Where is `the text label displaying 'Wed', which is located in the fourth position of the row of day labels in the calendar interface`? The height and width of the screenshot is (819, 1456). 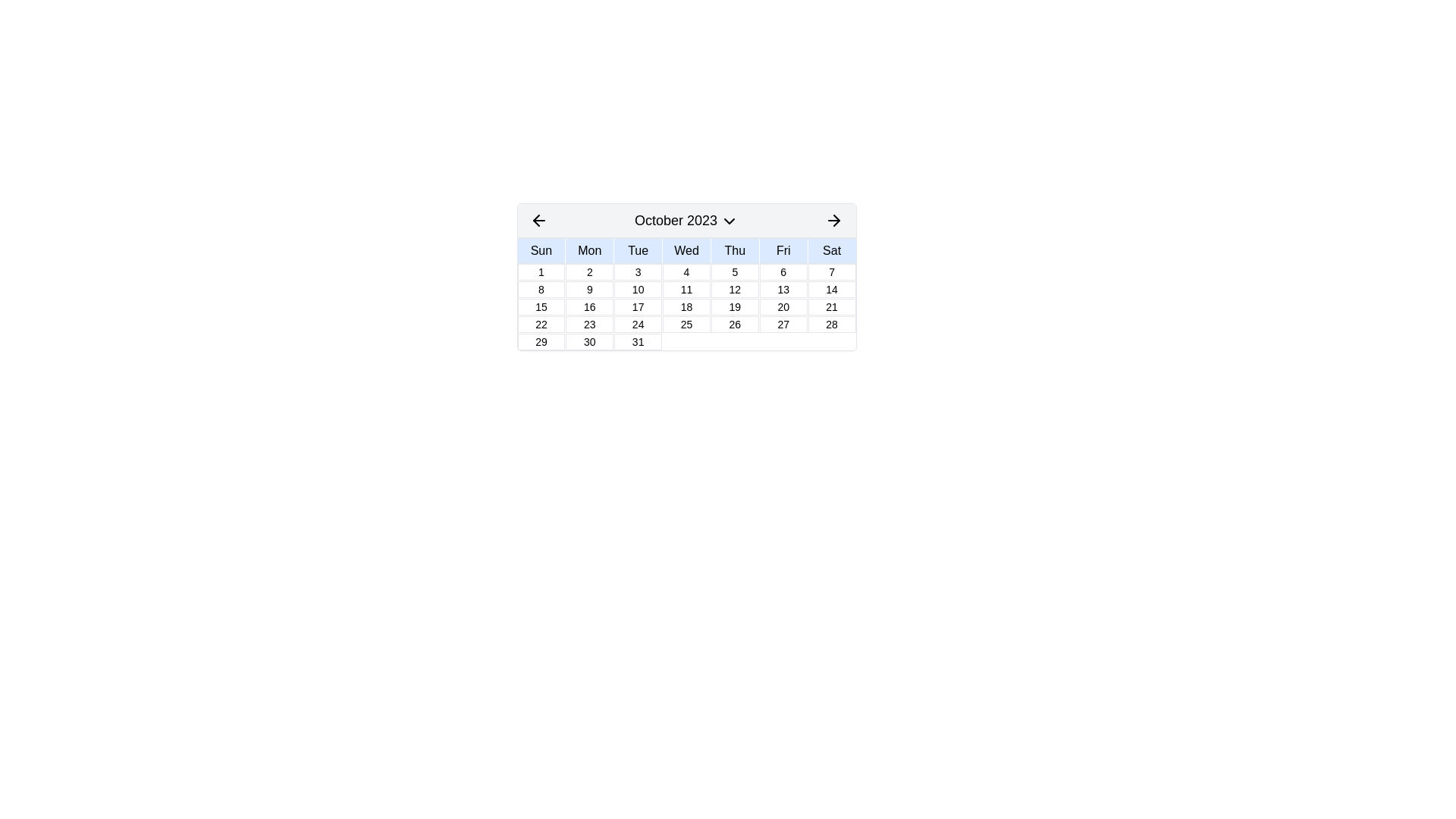 the text label displaying 'Wed', which is located in the fourth position of the row of day labels in the calendar interface is located at coordinates (686, 250).